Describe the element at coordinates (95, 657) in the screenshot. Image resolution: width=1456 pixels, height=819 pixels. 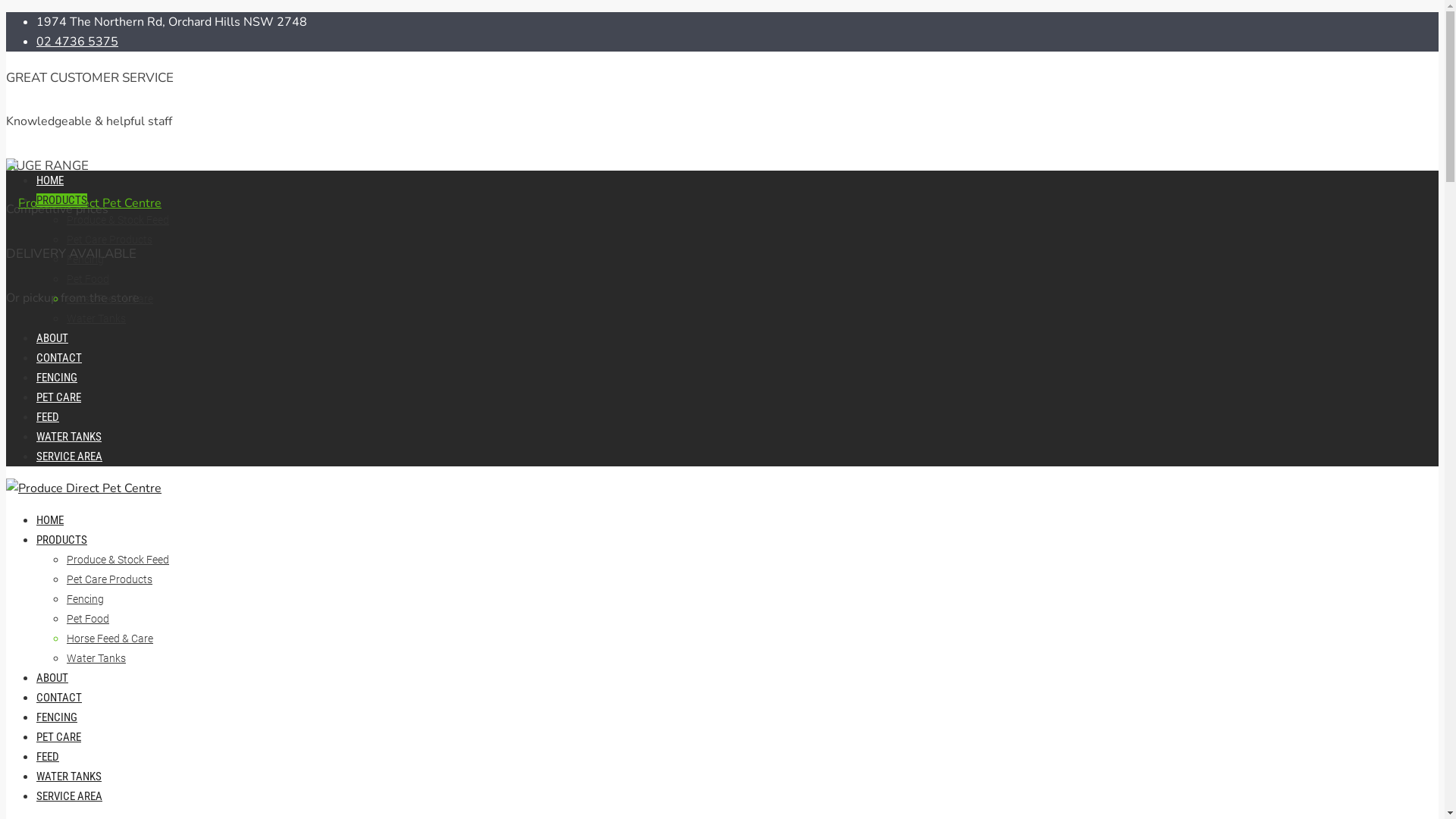
I see `'Water Tanks'` at that location.